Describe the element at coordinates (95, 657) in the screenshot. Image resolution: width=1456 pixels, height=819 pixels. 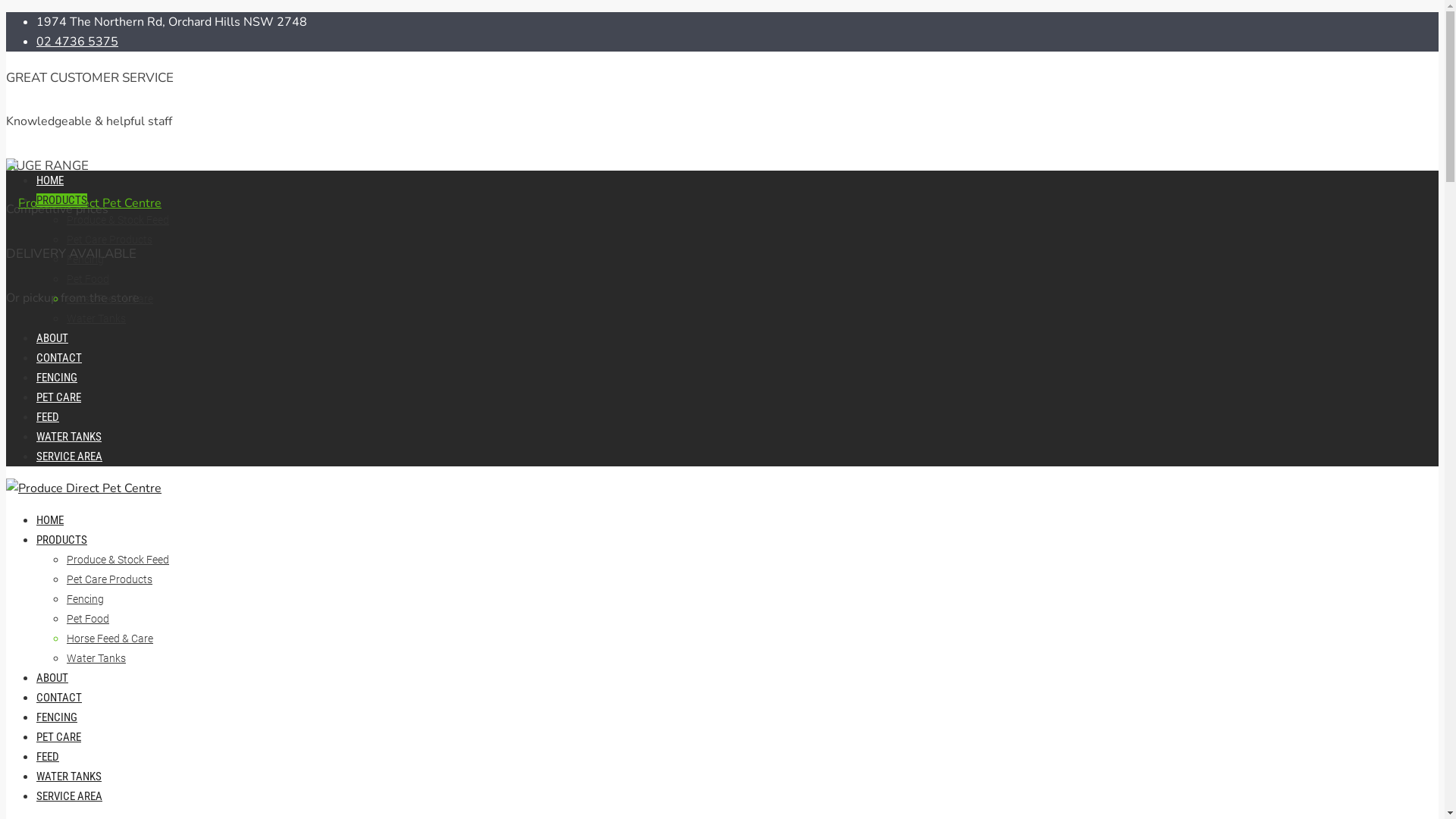
I see `'Water Tanks'` at that location.